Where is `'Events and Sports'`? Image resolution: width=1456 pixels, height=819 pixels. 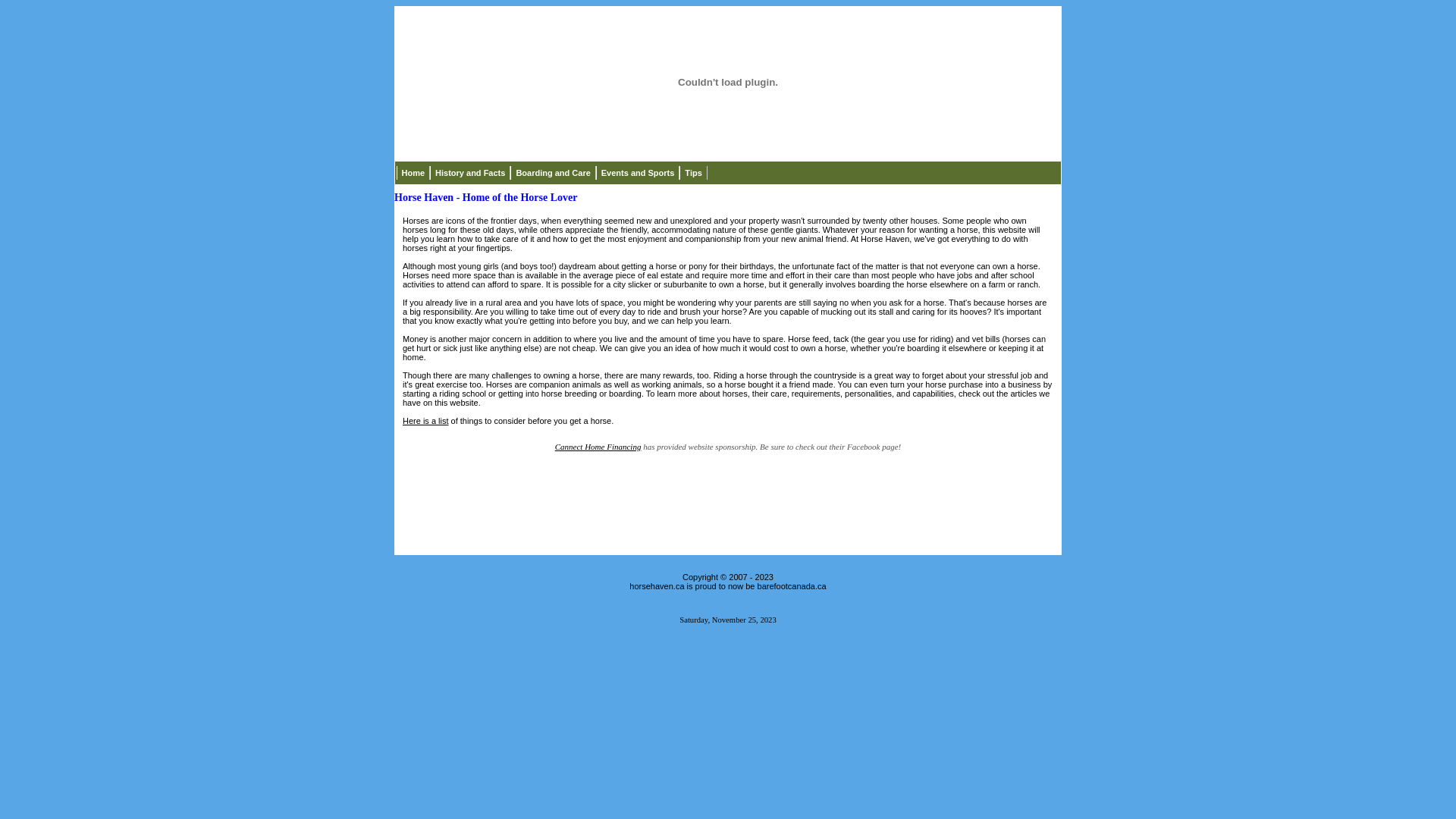
'Events and Sports' is located at coordinates (638, 171).